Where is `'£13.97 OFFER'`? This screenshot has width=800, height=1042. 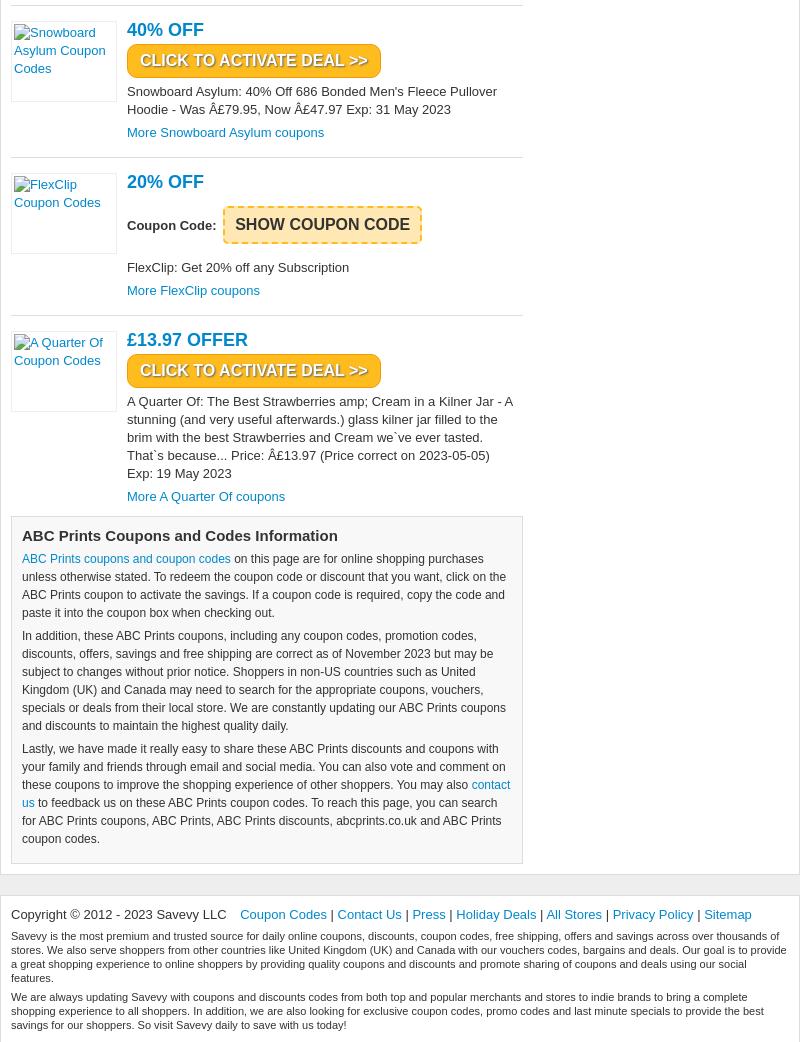
'£13.97 OFFER' is located at coordinates (186, 340).